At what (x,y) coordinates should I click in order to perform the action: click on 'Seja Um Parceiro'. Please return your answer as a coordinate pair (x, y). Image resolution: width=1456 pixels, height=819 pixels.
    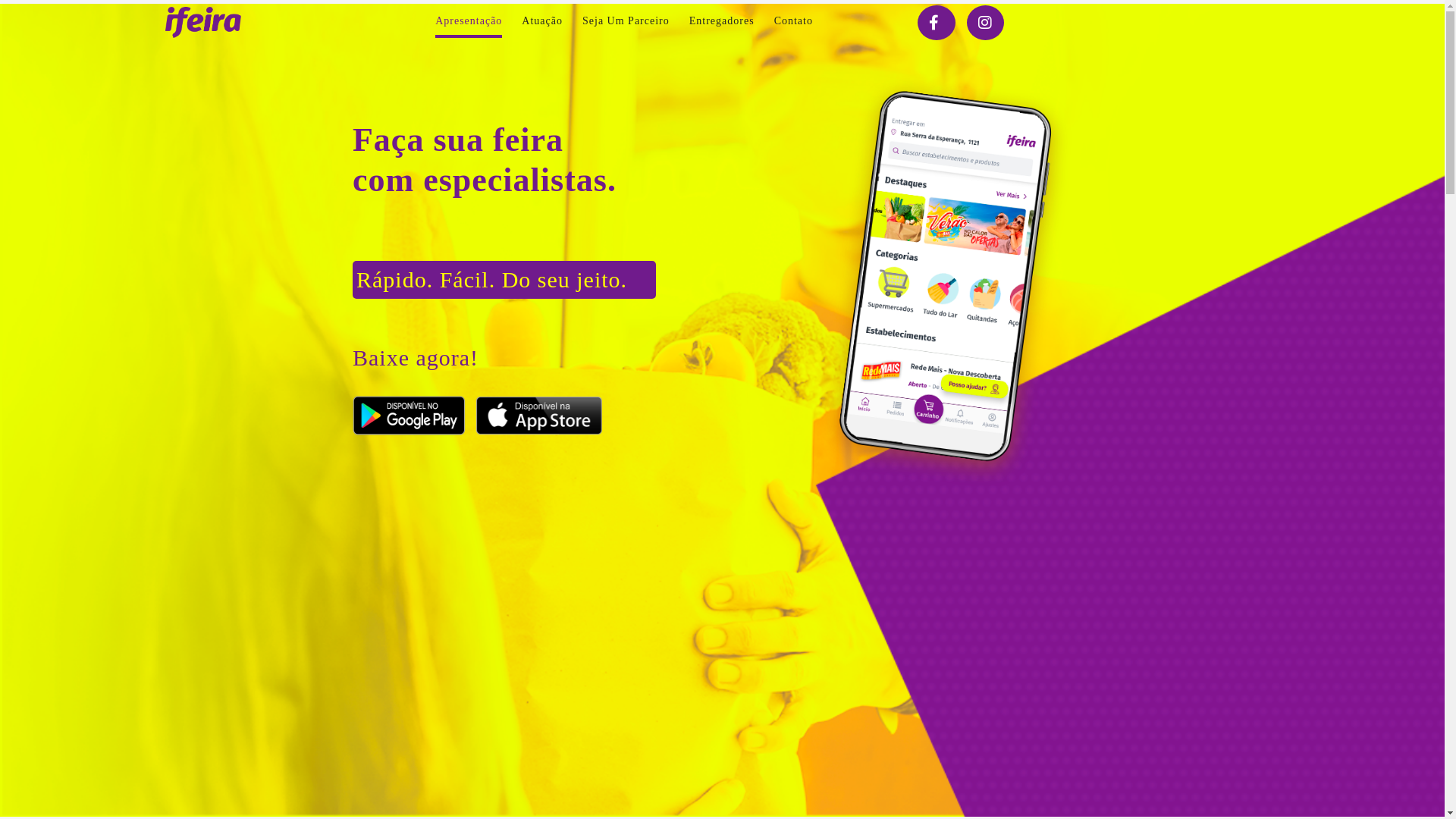
    Looking at the image, I should click on (626, 20).